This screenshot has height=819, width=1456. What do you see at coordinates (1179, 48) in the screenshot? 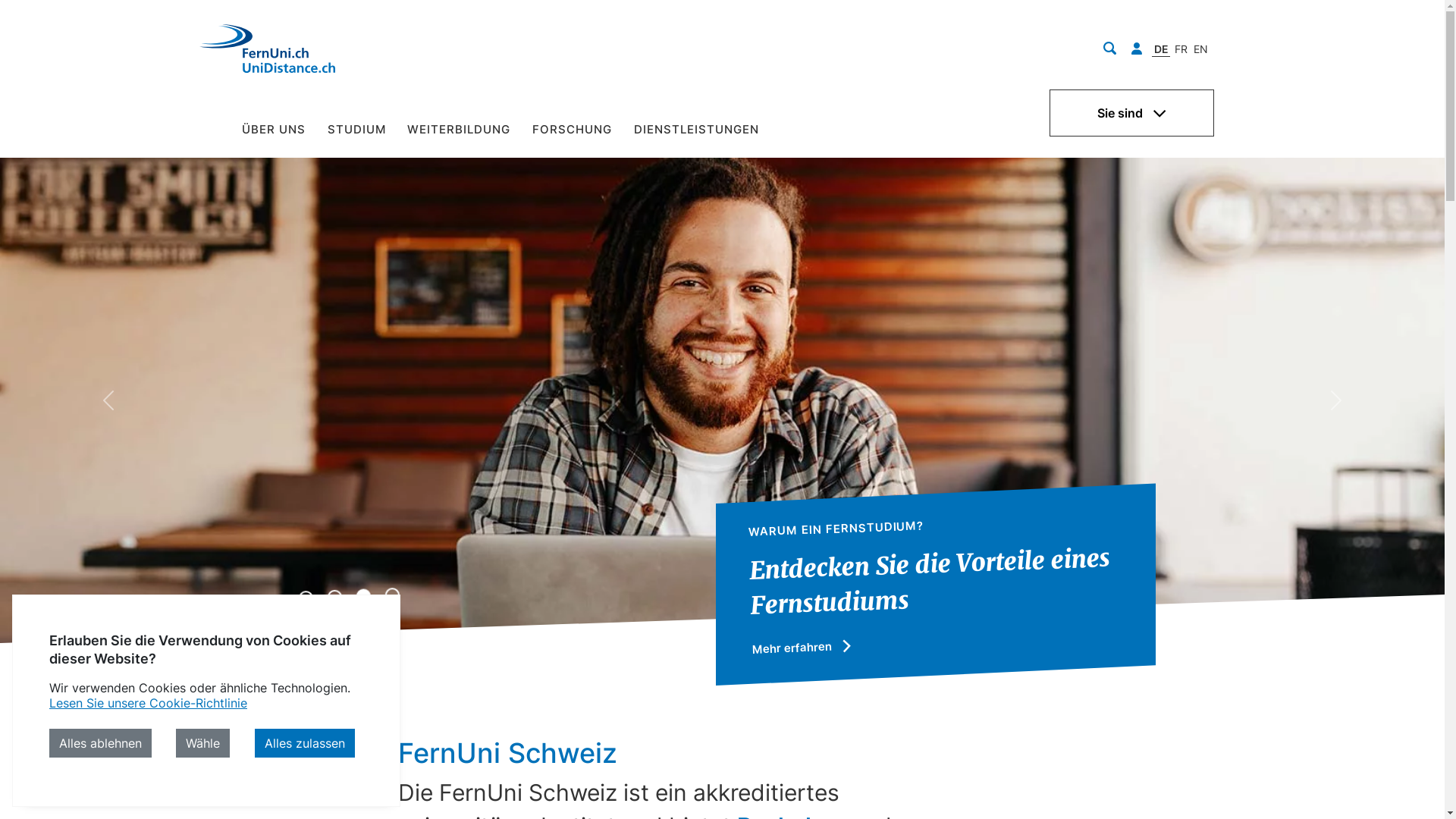
I see `'FR'` at bounding box center [1179, 48].